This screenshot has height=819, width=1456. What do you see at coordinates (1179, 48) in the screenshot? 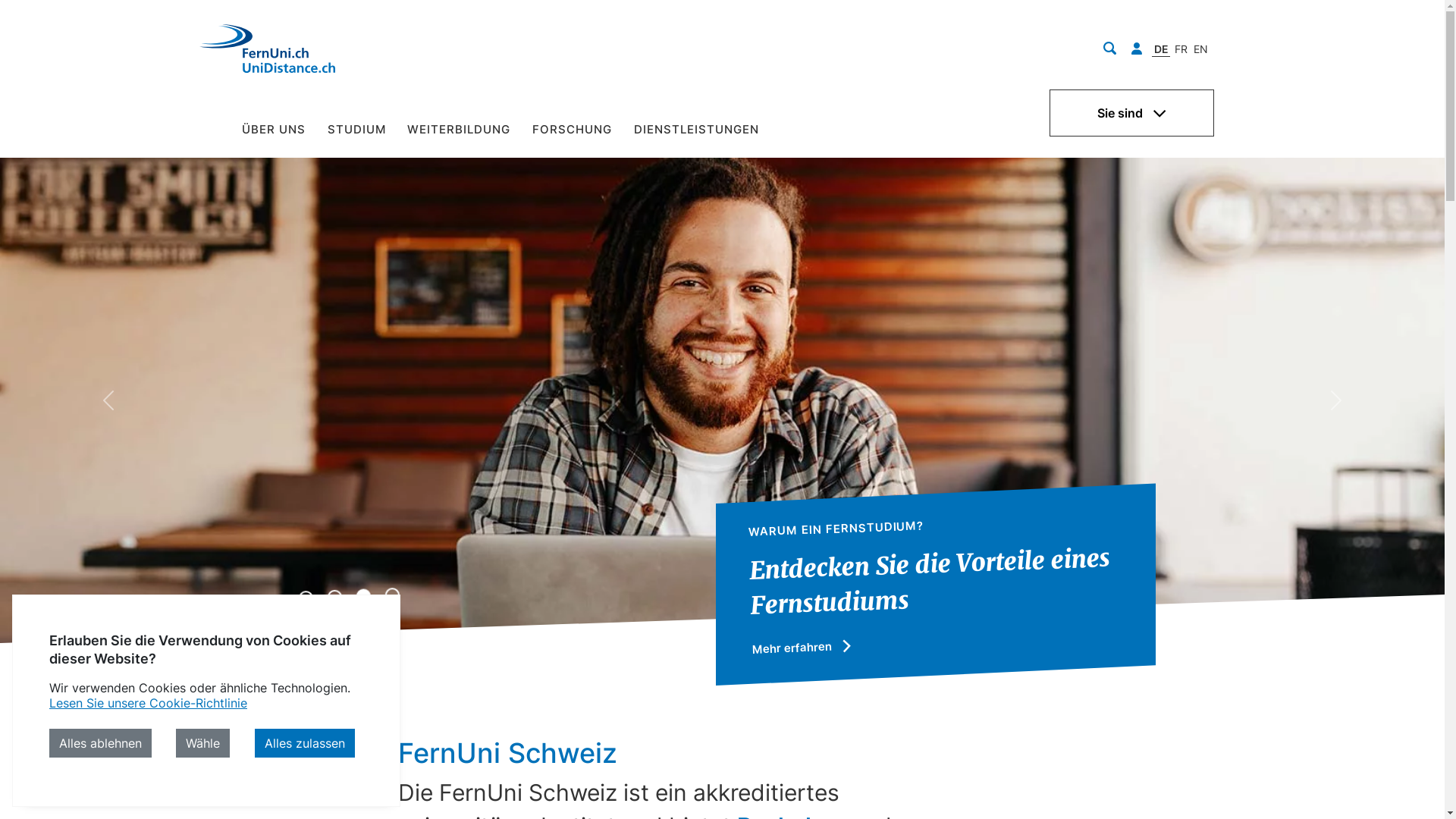
I see `'FR'` at bounding box center [1179, 48].